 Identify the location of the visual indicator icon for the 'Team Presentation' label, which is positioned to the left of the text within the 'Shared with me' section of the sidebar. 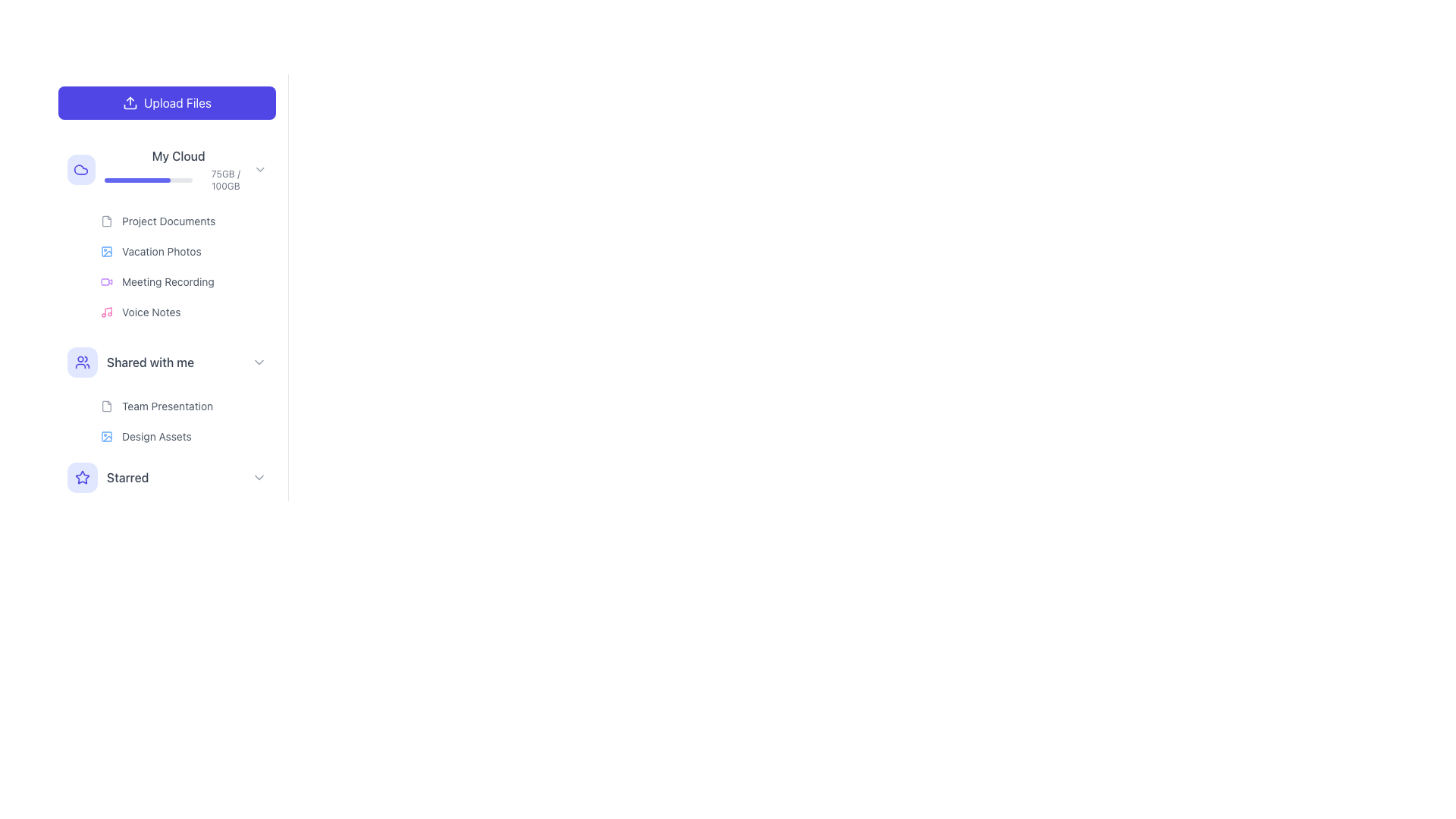
(105, 406).